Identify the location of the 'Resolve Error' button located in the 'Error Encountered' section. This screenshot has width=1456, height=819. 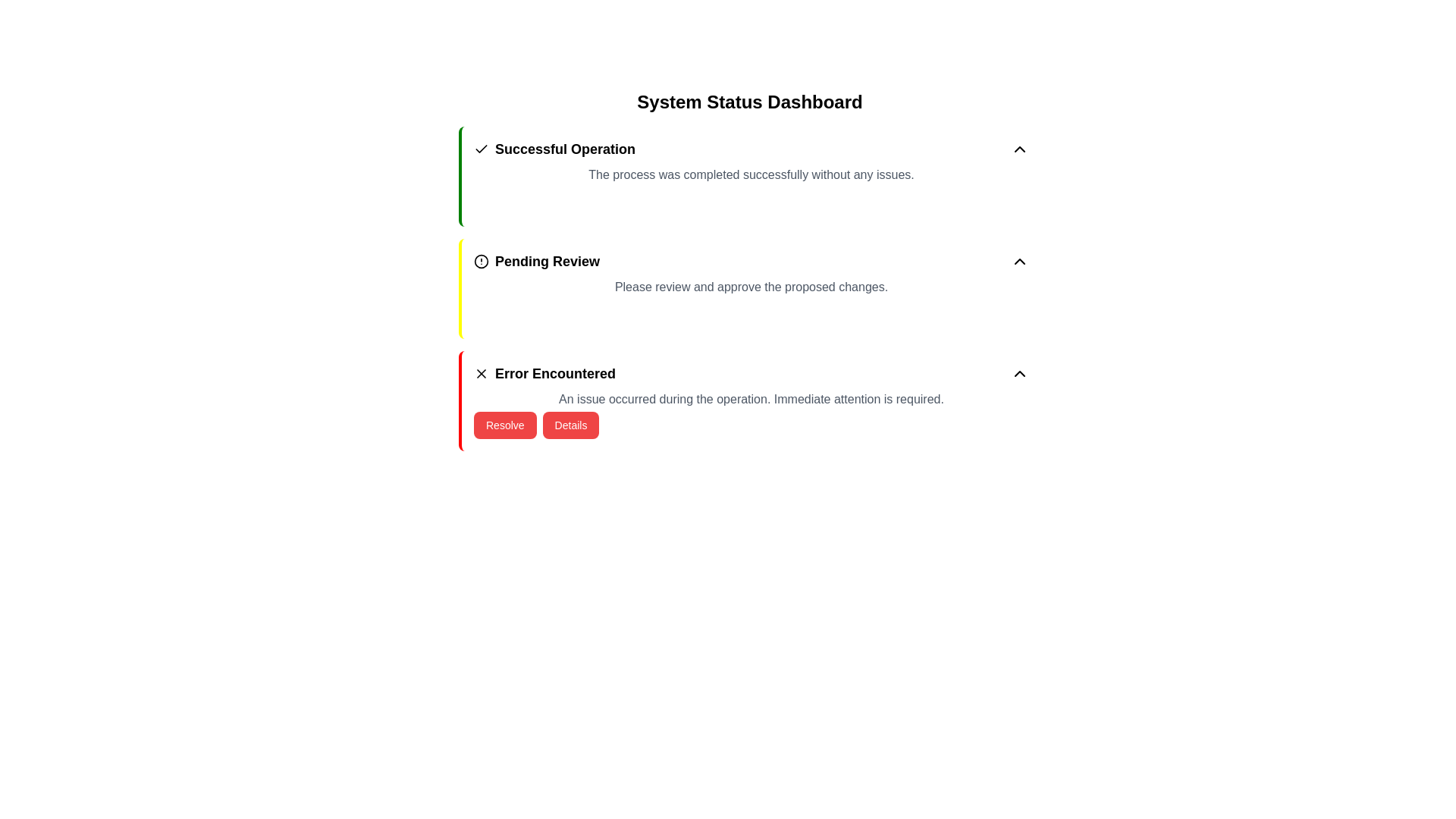
(505, 425).